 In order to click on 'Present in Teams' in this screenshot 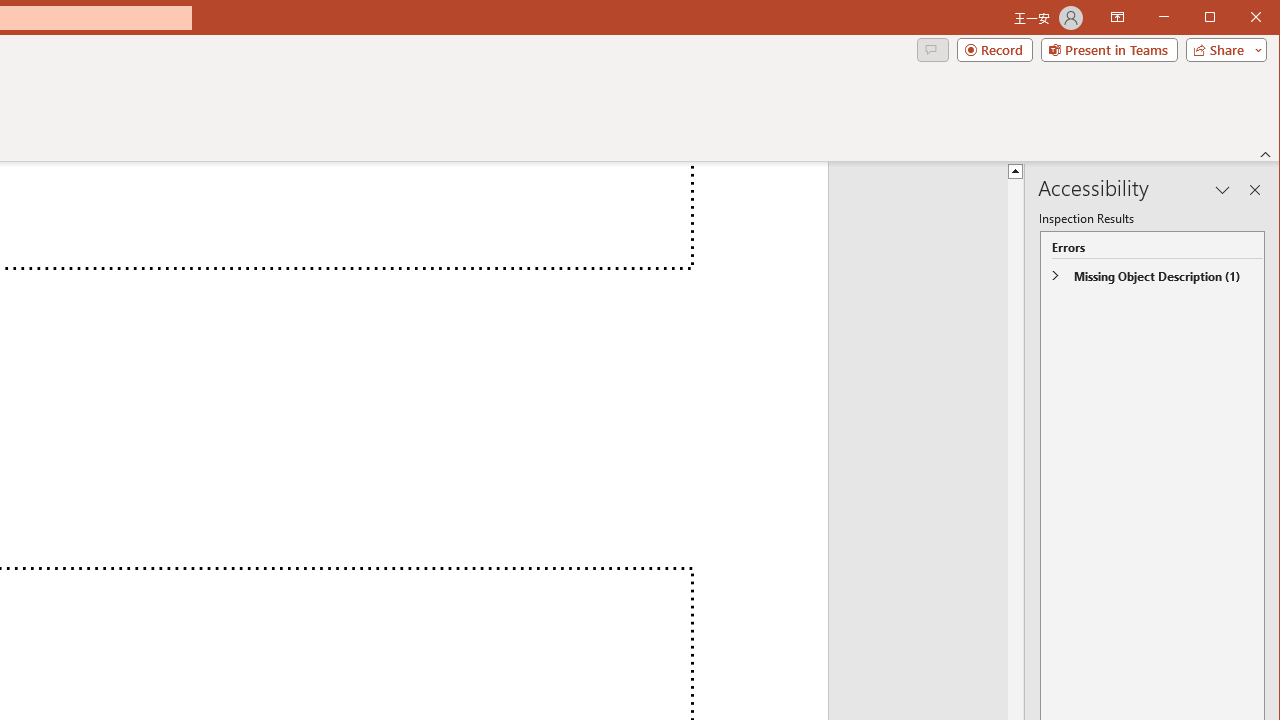, I will do `click(1108, 49)`.